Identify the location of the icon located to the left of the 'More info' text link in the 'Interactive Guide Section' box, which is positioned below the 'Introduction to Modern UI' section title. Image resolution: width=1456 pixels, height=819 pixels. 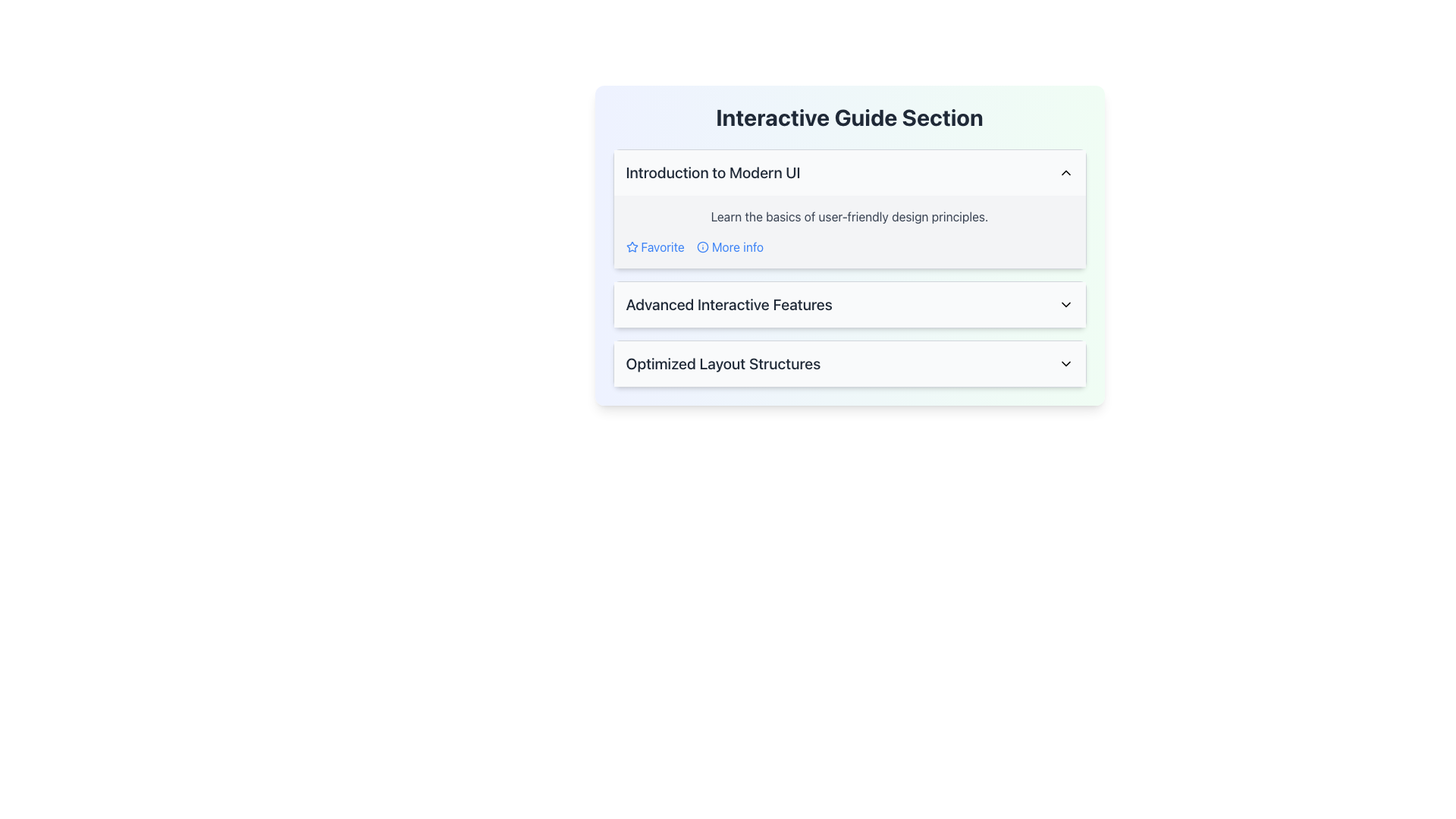
(701, 246).